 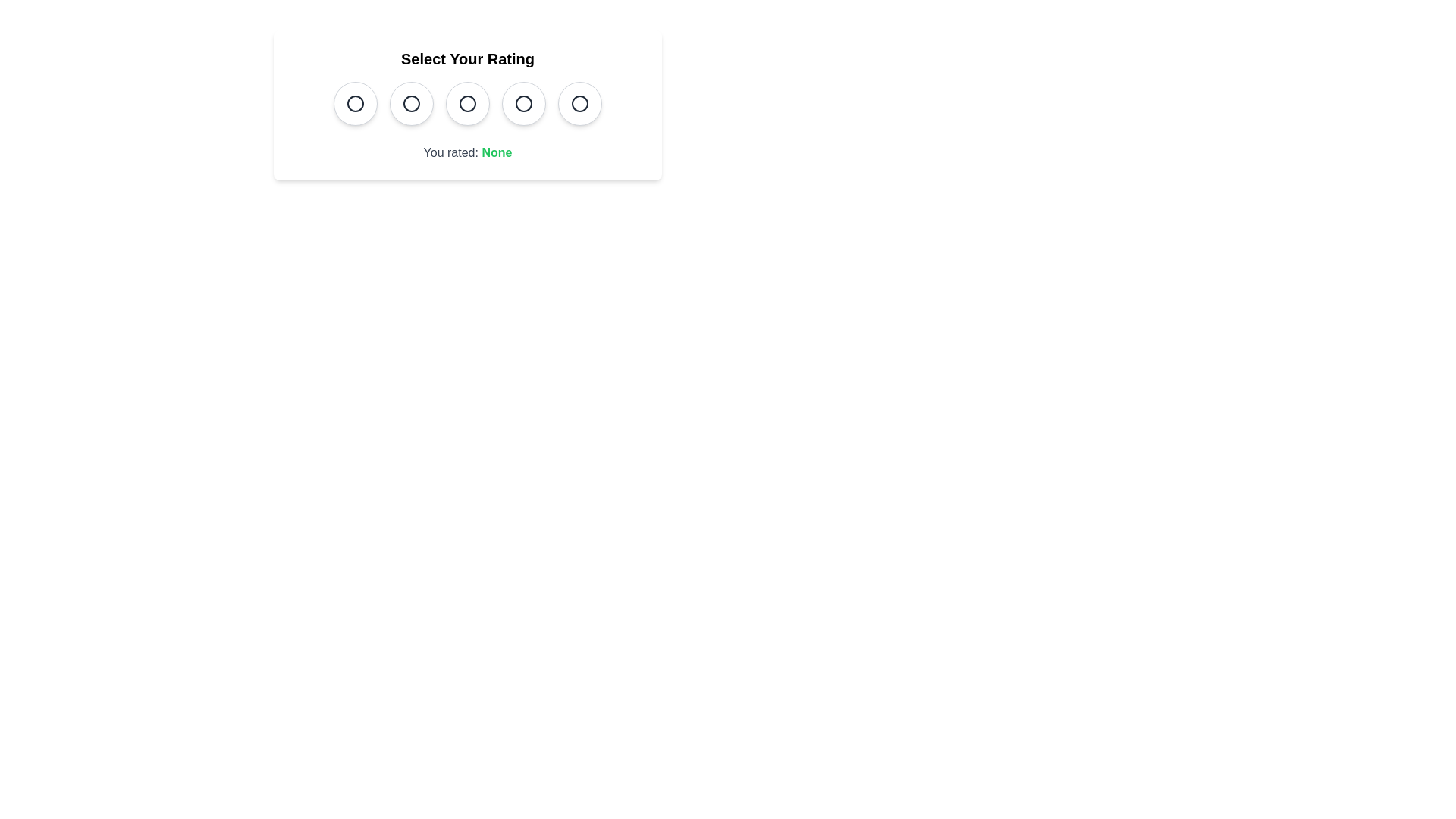 What do you see at coordinates (524, 103) in the screenshot?
I see `button corresponding to the rating 4` at bounding box center [524, 103].